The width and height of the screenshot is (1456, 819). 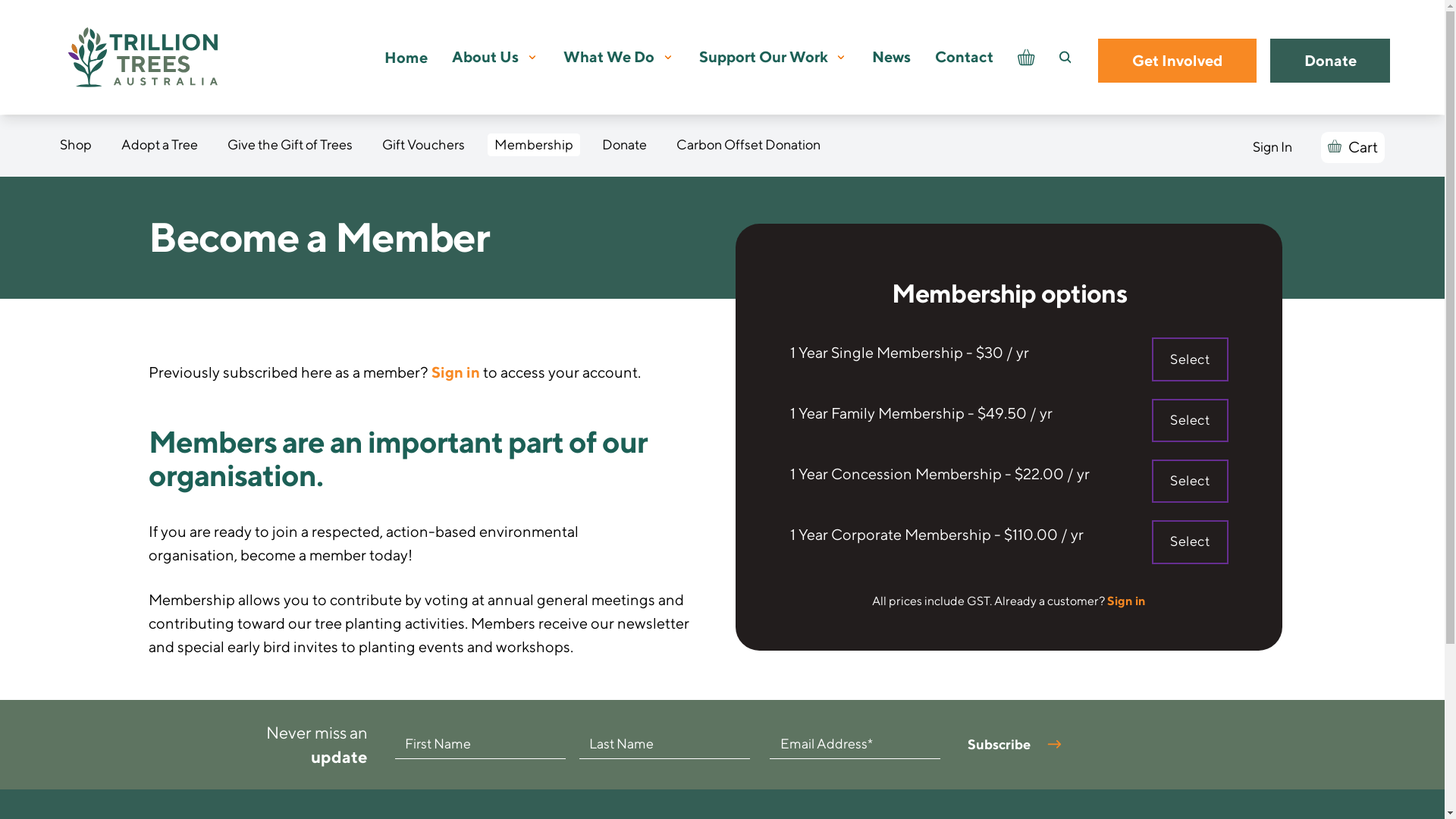 What do you see at coordinates (75, 145) in the screenshot?
I see `'Shop'` at bounding box center [75, 145].